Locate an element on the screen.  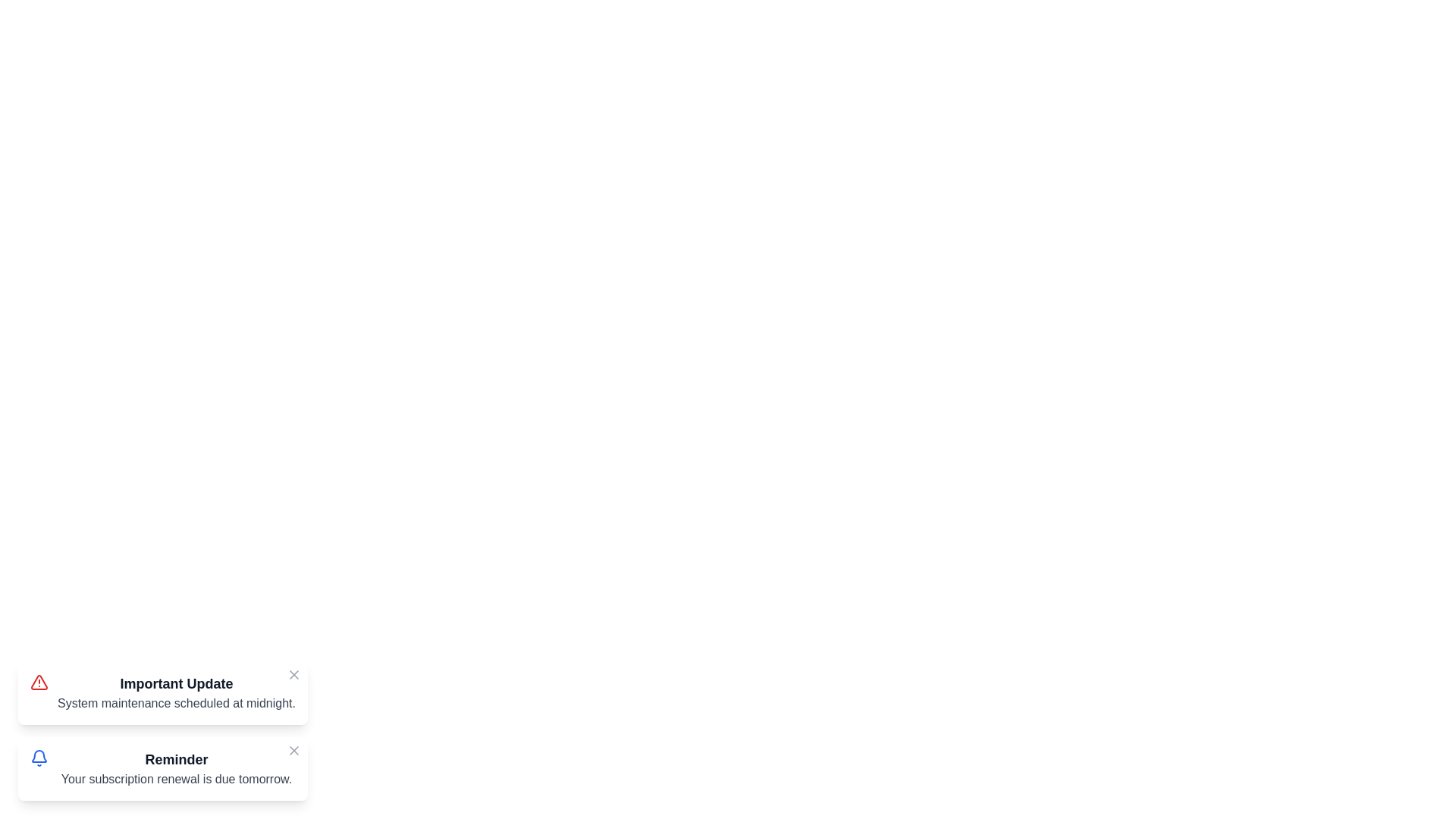
close button of the snackbar with the title Important Update is located at coordinates (294, 674).